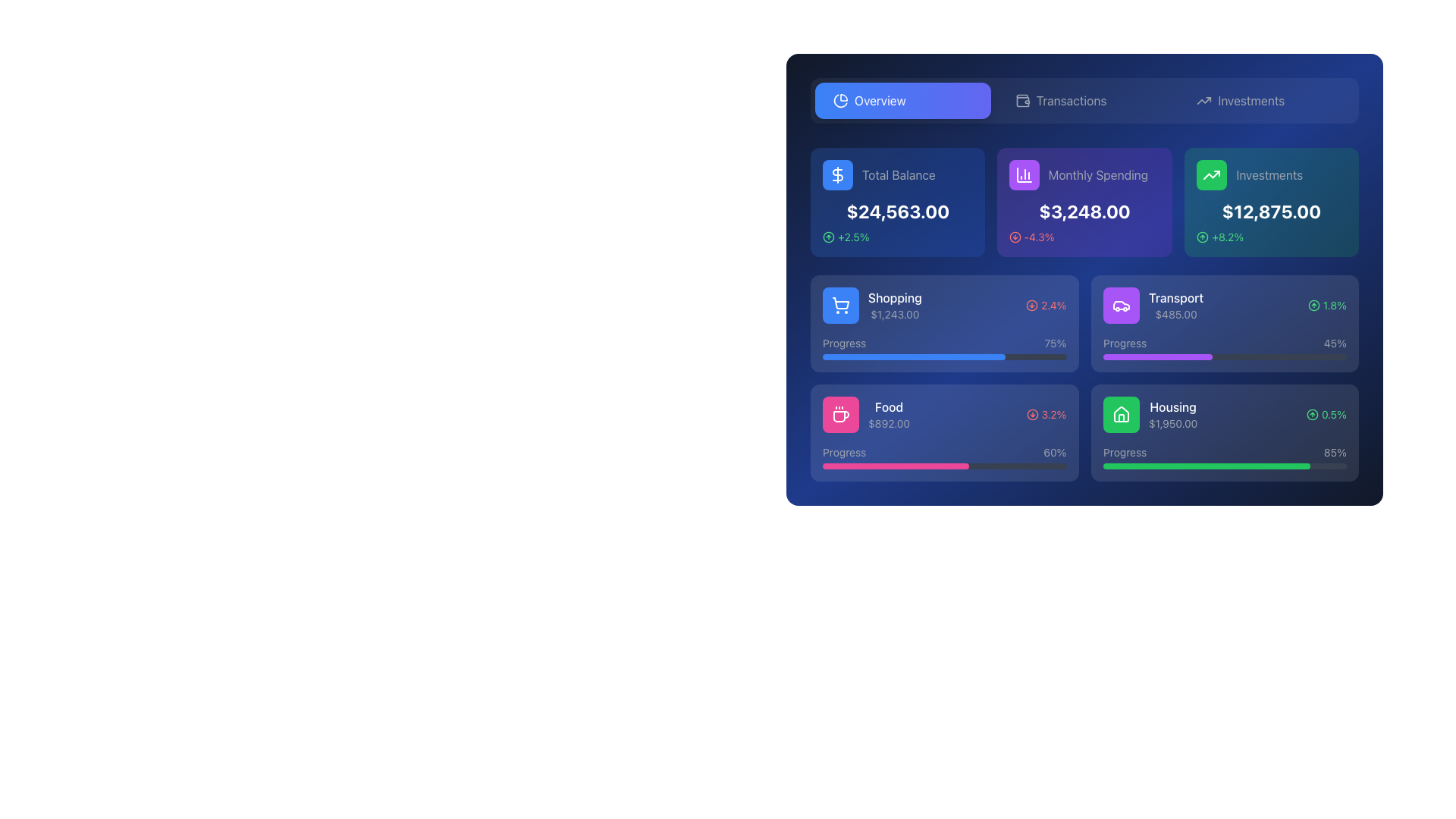  I want to click on the green circular arrow icon indicating an upwards trend located in the 'Investments' section, positioned left of the '+8.2%' percentage text, so click(1201, 237).